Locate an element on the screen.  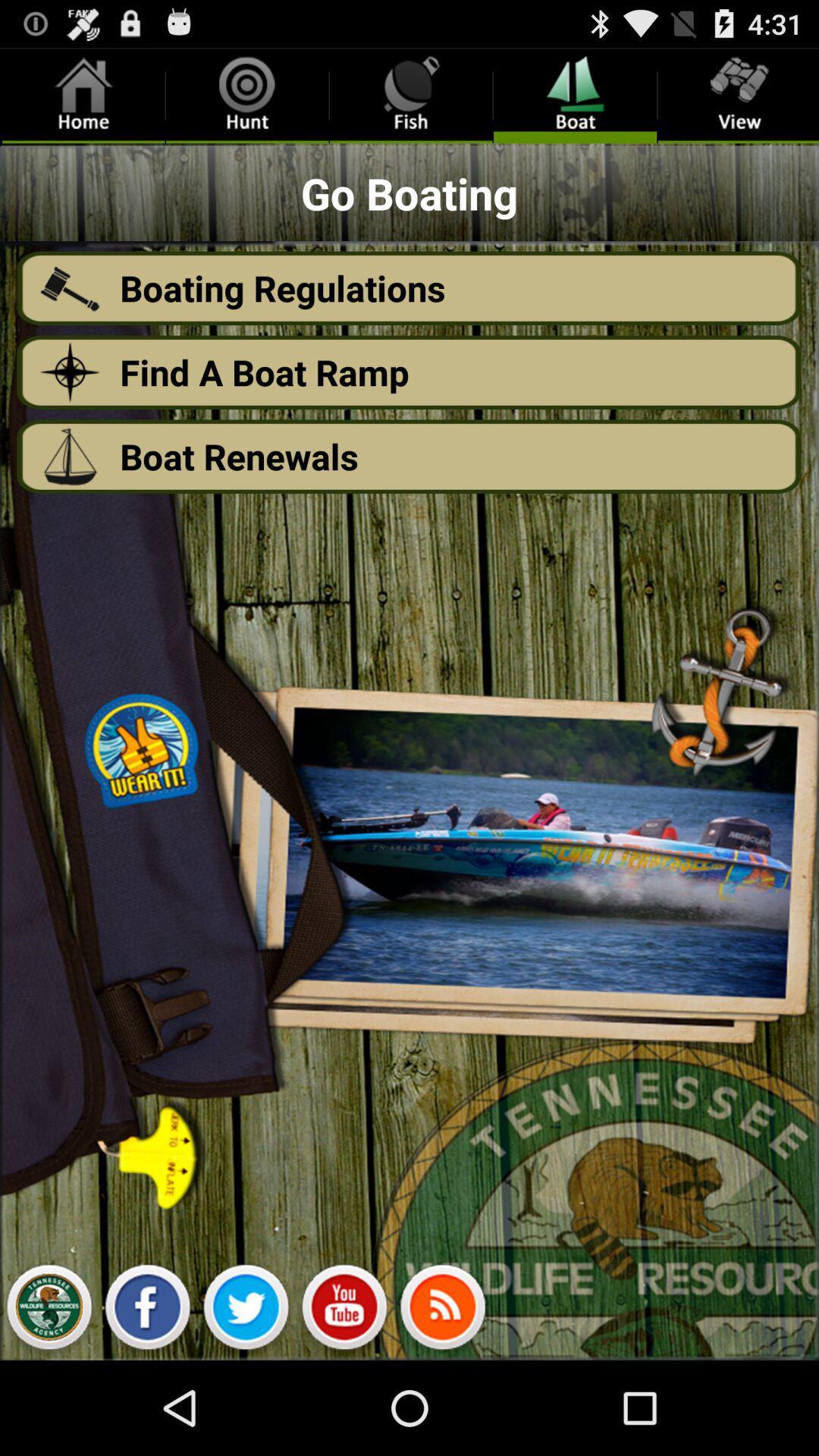
the facebook icon is located at coordinates (147, 1402).